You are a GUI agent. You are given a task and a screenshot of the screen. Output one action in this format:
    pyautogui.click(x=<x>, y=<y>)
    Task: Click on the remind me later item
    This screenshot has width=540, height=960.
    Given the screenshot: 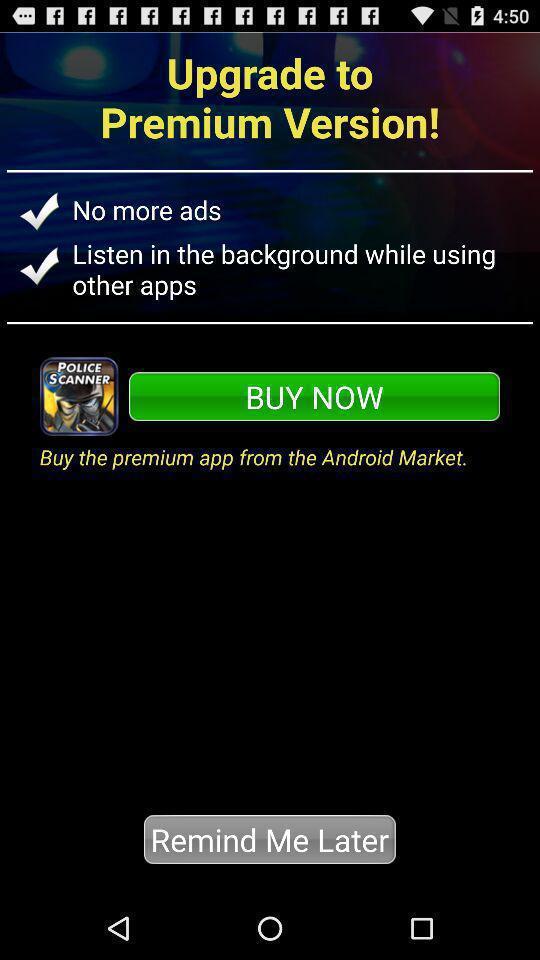 What is the action you would take?
    pyautogui.click(x=269, y=839)
    